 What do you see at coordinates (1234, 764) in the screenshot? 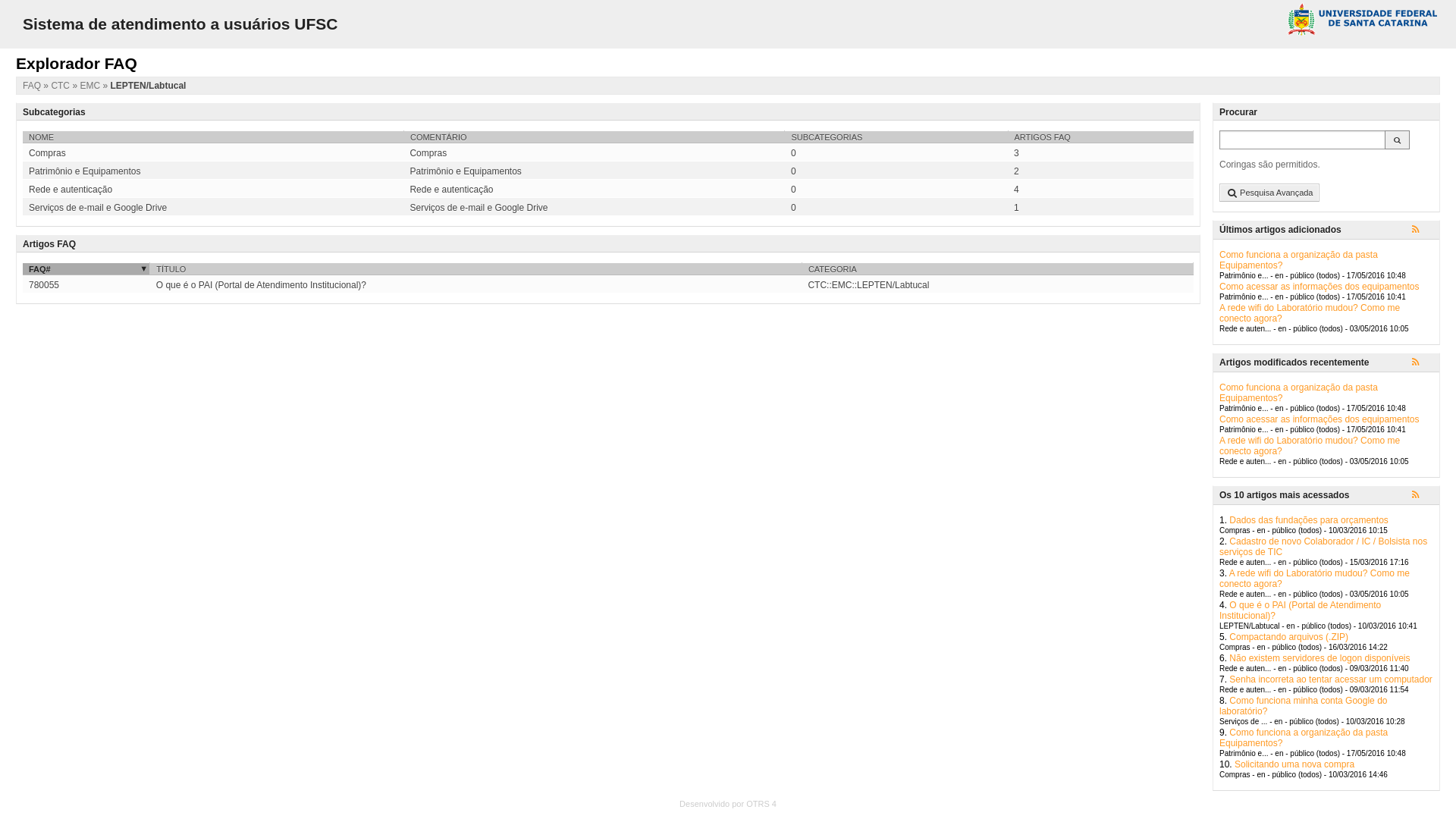
I see `'Solicitando uma nova compra'` at bounding box center [1234, 764].